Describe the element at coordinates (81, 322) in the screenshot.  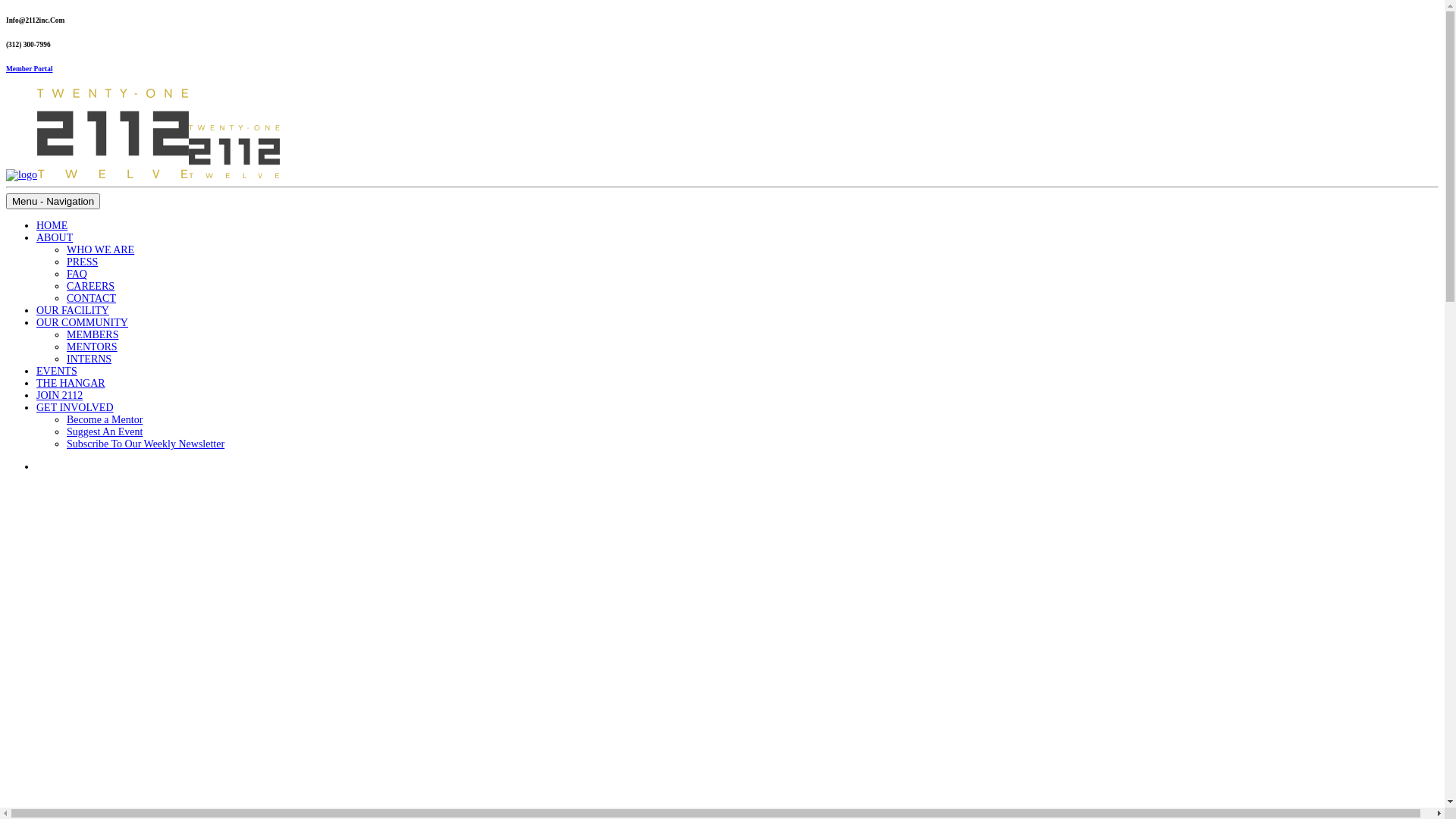
I see `'OUR COMMUNITY'` at that location.